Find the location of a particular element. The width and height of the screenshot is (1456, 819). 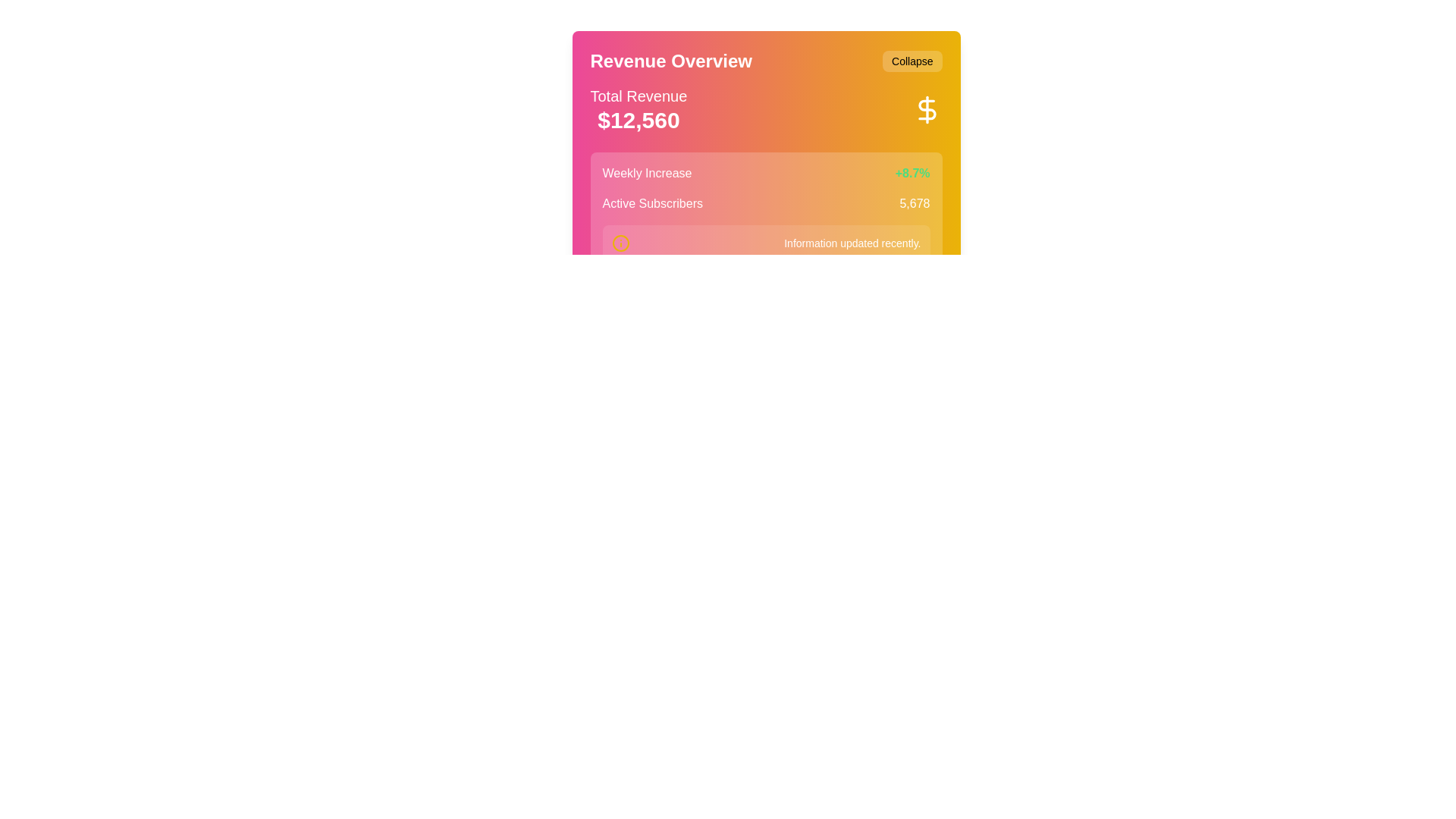

the label that provides context for the adjacent numerical value '+8.7%' in the 'Revenue Overview' card is located at coordinates (647, 172).